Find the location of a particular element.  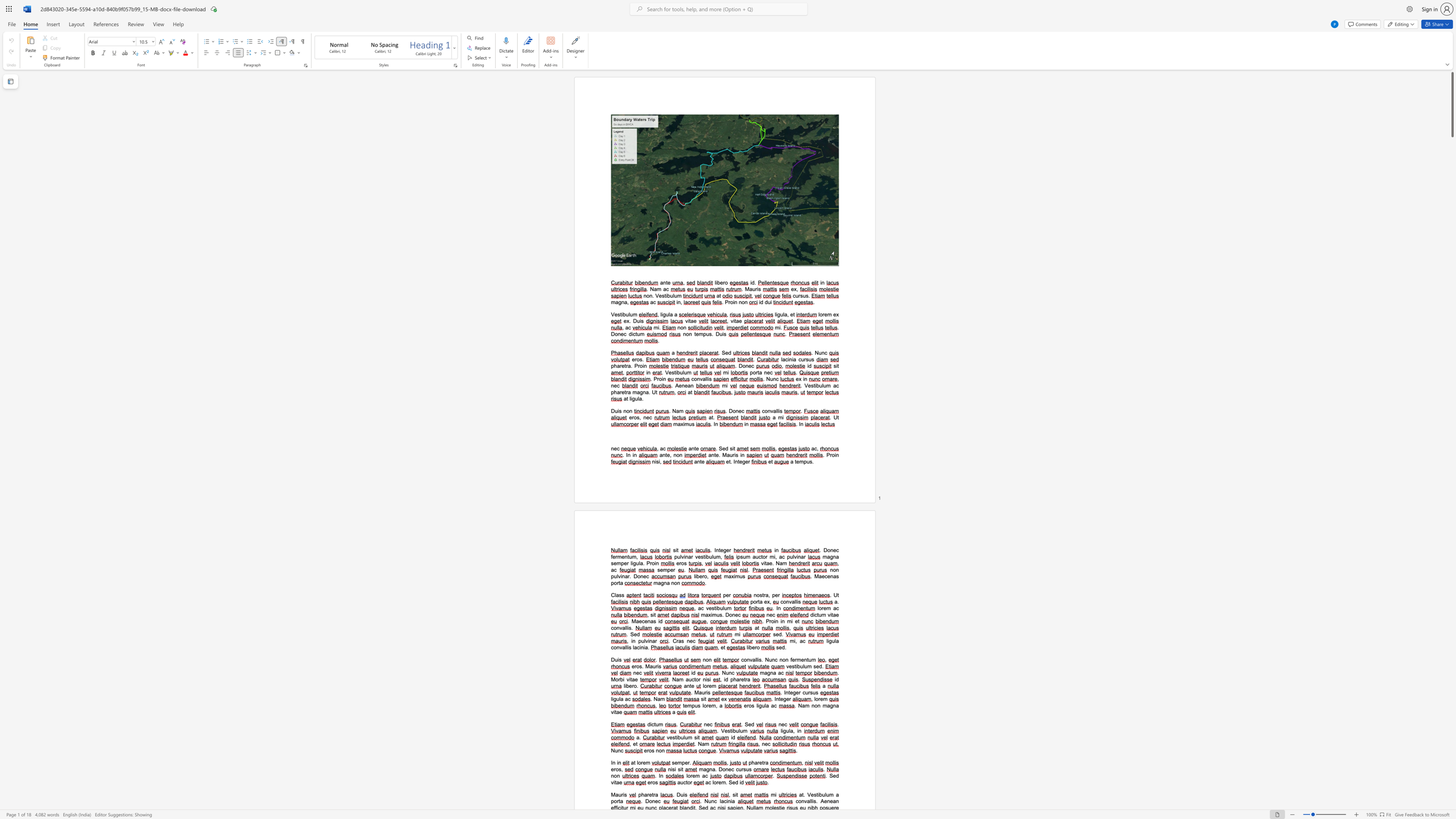

the space between the continuous character "u" and "m" in the text is located at coordinates (821, 614).